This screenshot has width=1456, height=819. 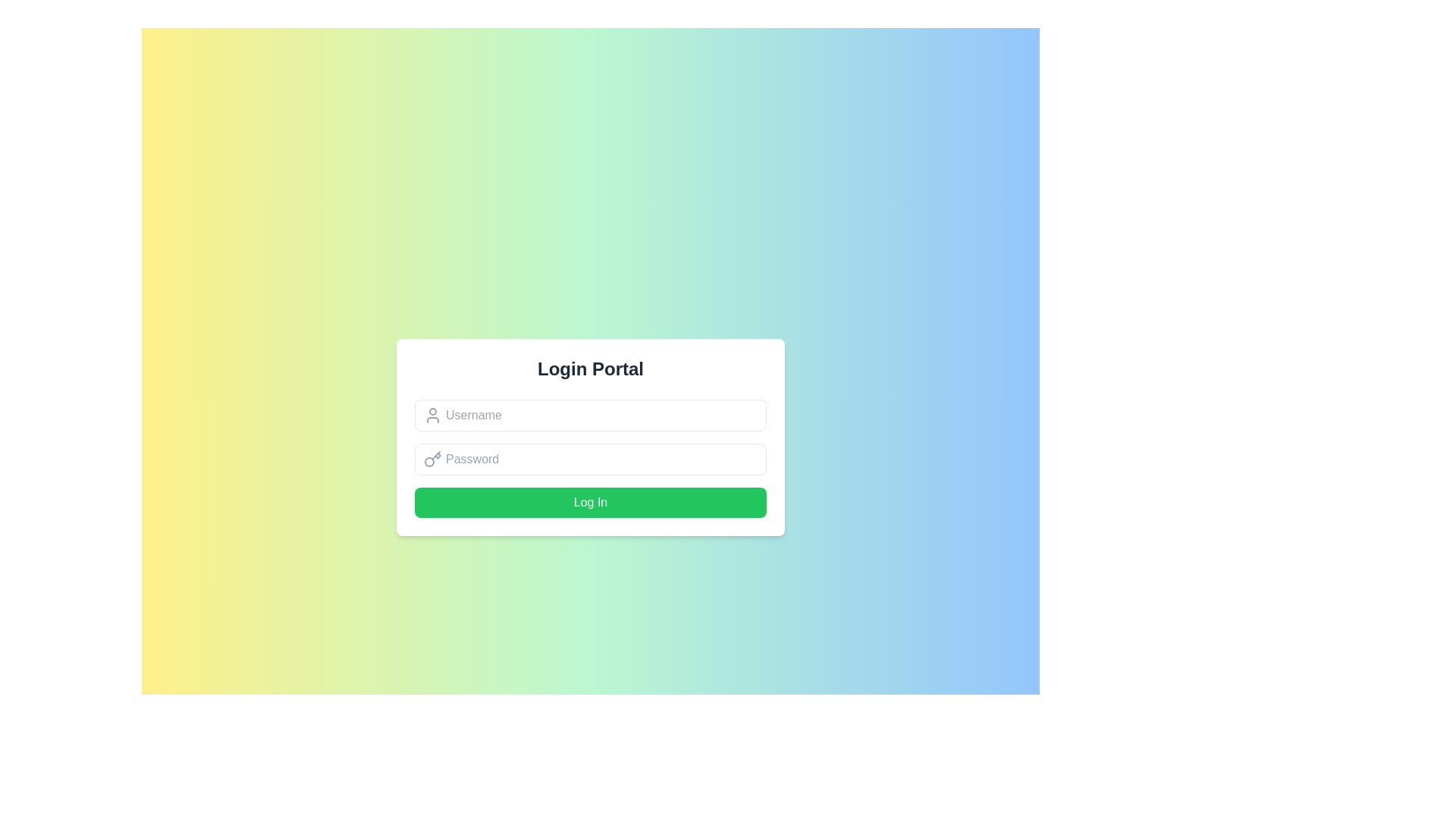 I want to click on the user silhouette icon located to the left of the username input field in the login form, so click(x=432, y=415).